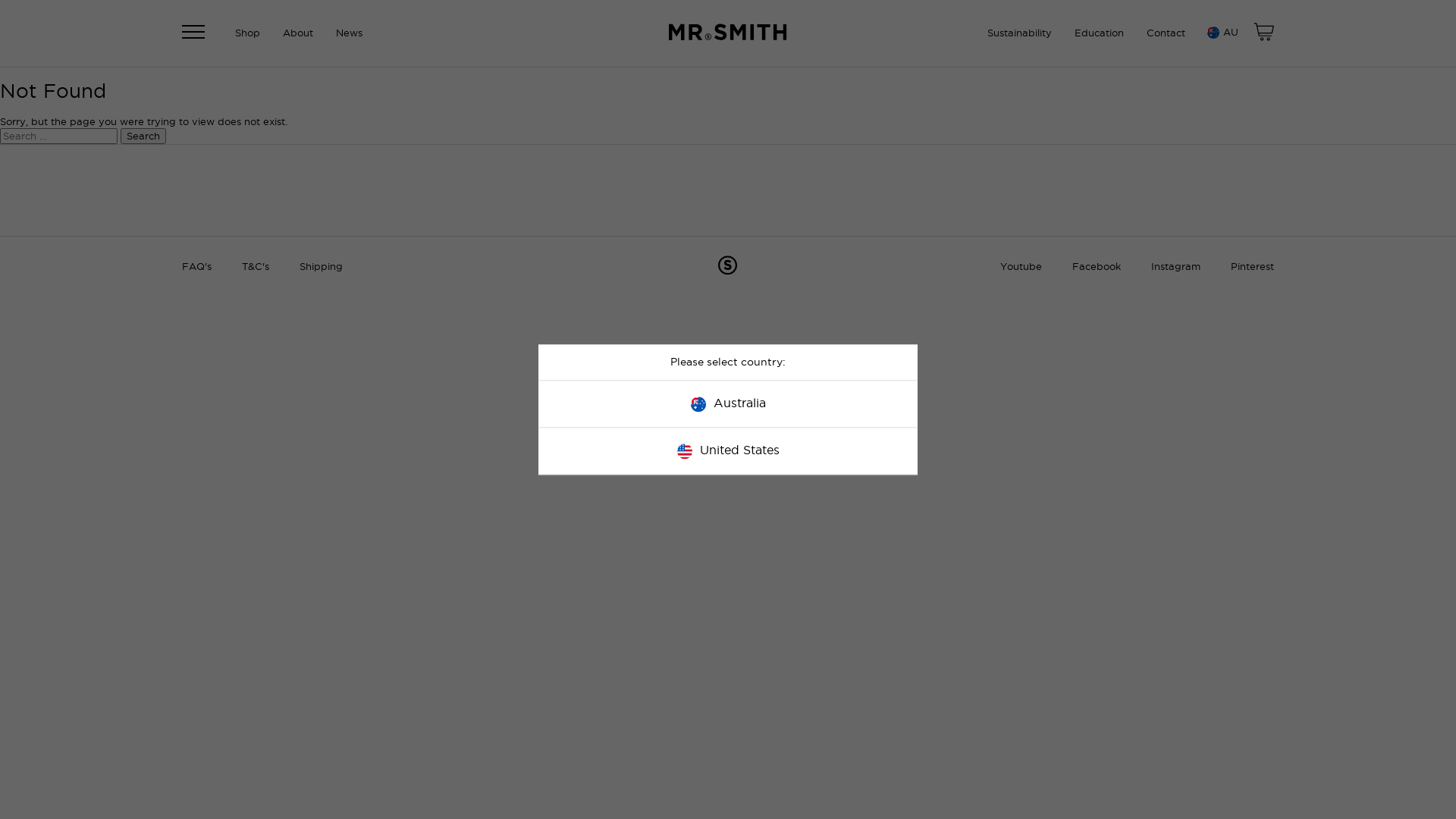 The image size is (1456, 819). I want to click on 'Instagram', so click(1150, 265).